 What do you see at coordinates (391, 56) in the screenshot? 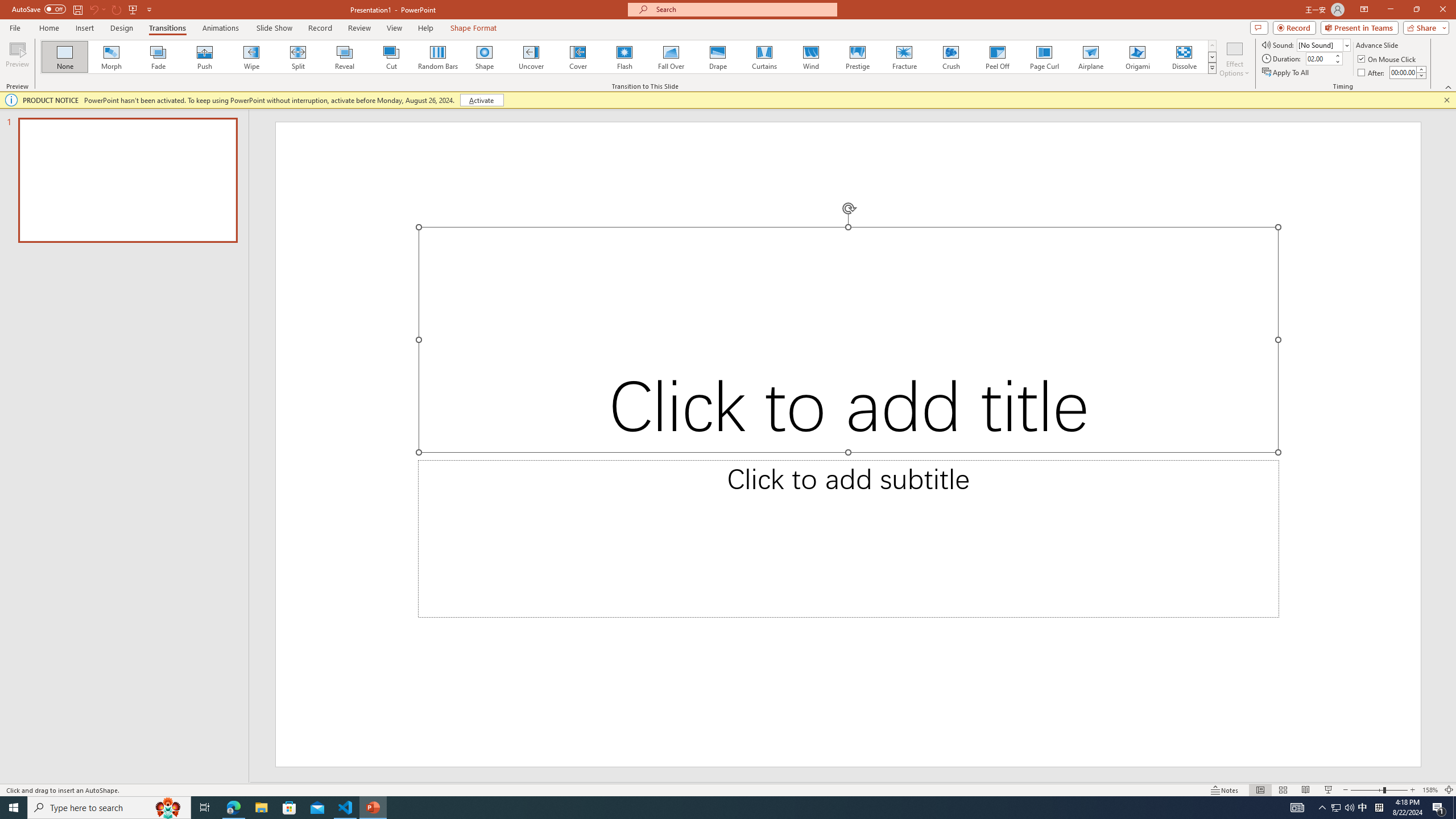
I see `'Cut'` at bounding box center [391, 56].